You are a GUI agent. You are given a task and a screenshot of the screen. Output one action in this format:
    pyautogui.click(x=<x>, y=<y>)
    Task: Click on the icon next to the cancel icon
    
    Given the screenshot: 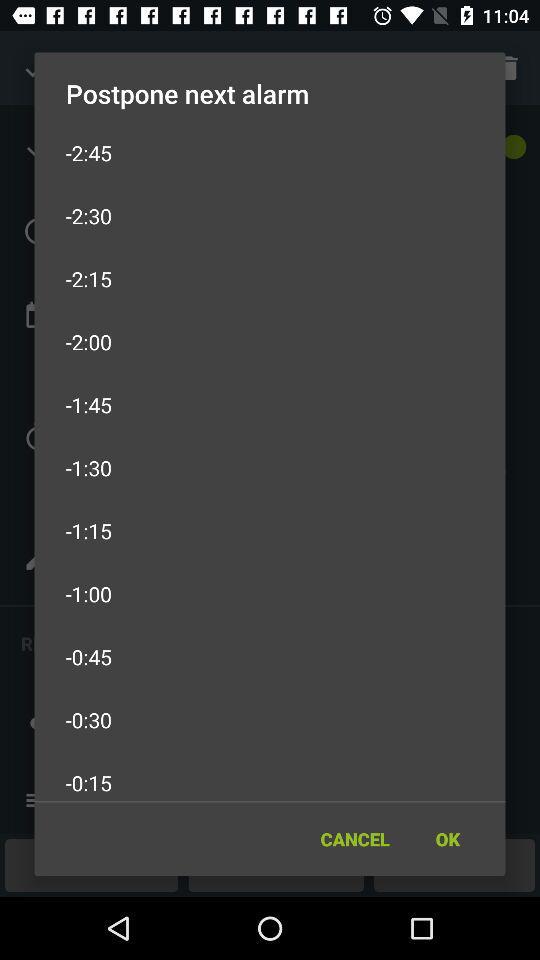 What is the action you would take?
    pyautogui.click(x=447, y=839)
    